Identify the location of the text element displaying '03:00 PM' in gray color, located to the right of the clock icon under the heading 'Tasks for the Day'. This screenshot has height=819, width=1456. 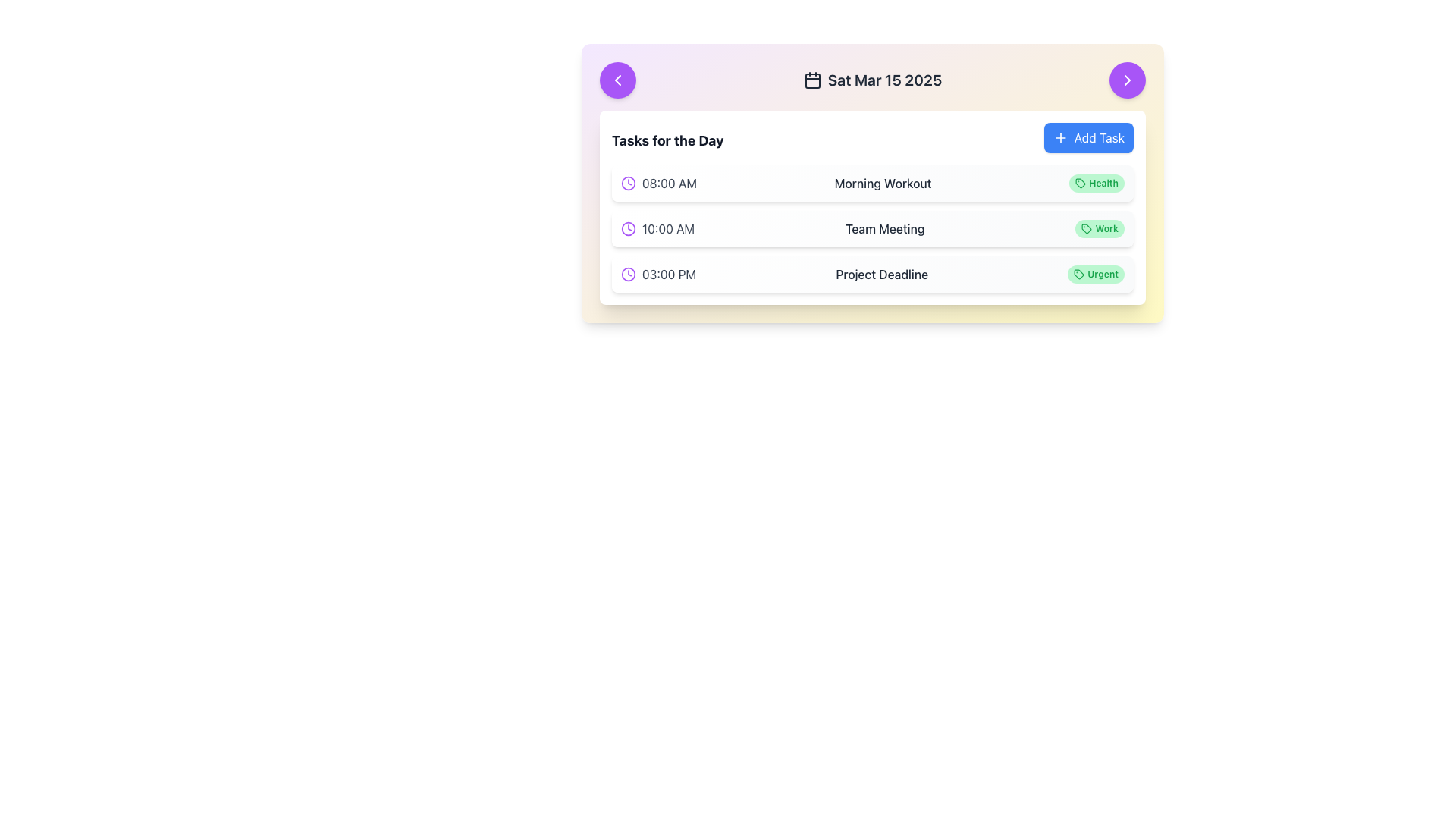
(668, 275).